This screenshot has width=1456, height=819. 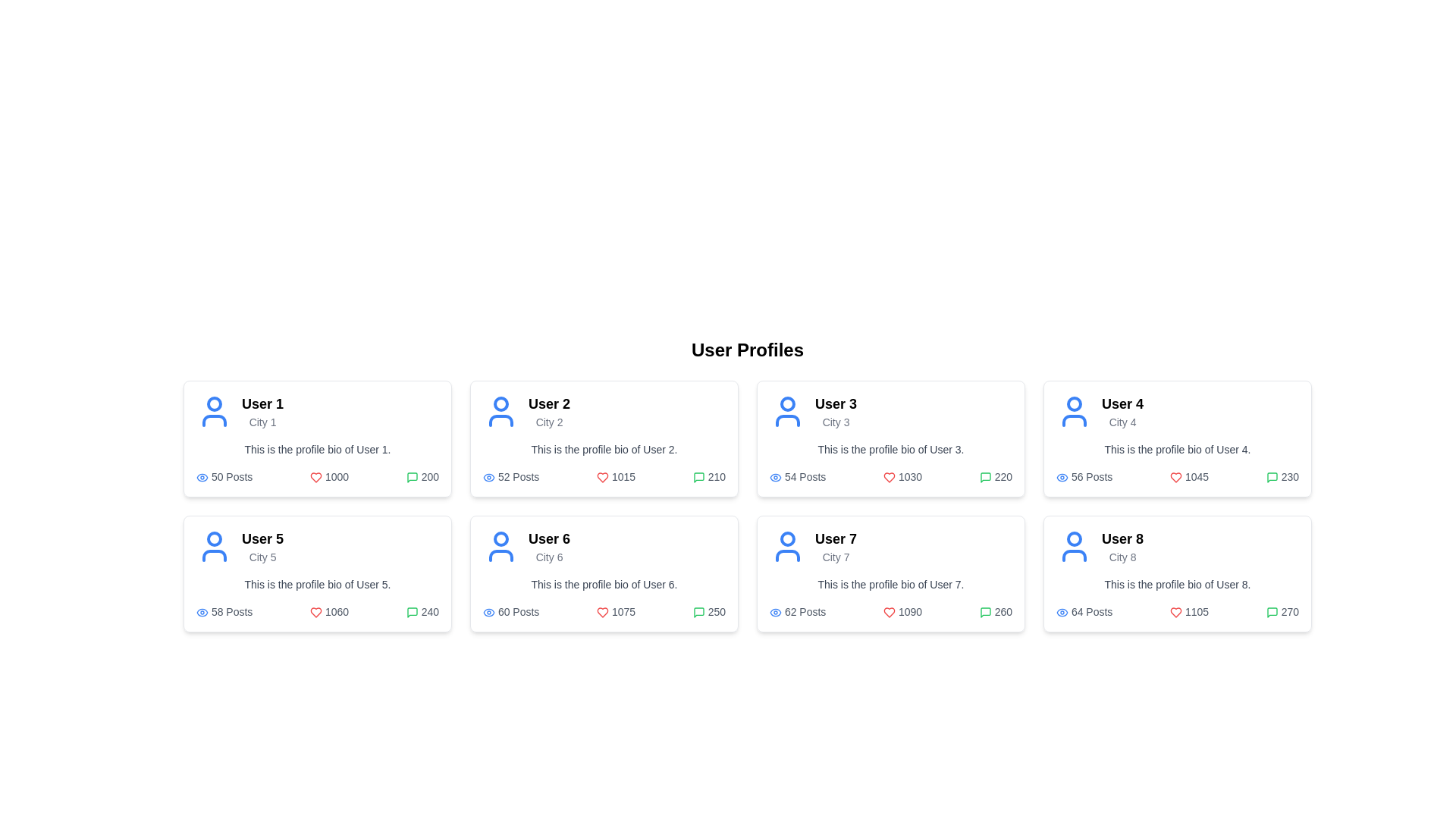 What do you see at coordinates (1073, 421) in the screenshot?
I see `SVG attributes of the blue stroke outline that forms the lower part of the abstract human figure in the top-right corner of the fourth profile card in the second row of the 'User Profiles' grid layout` at bounding box center [1073, 421].